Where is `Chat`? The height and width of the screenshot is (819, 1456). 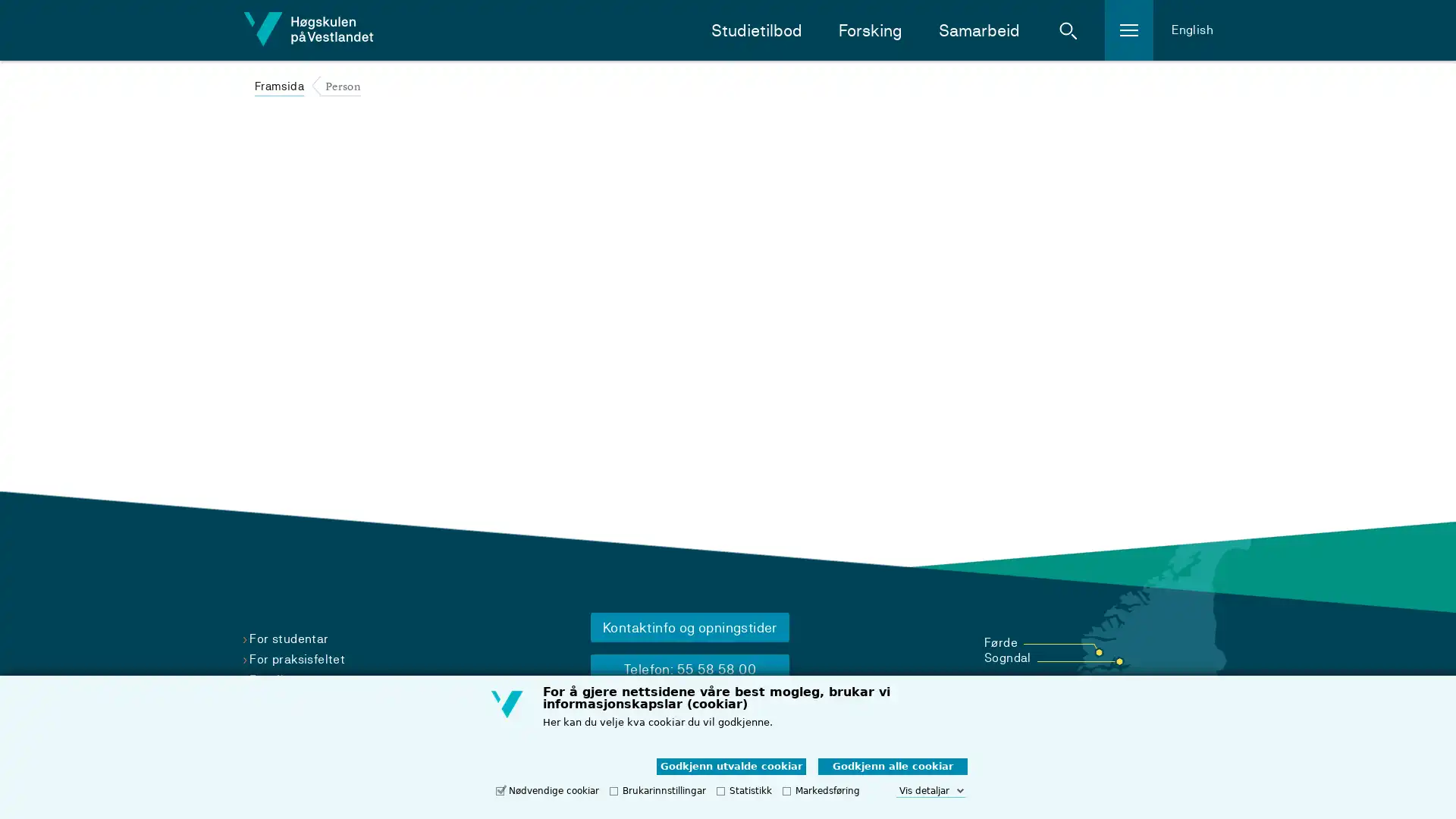 Chat is located at coordinates (1392, 783).